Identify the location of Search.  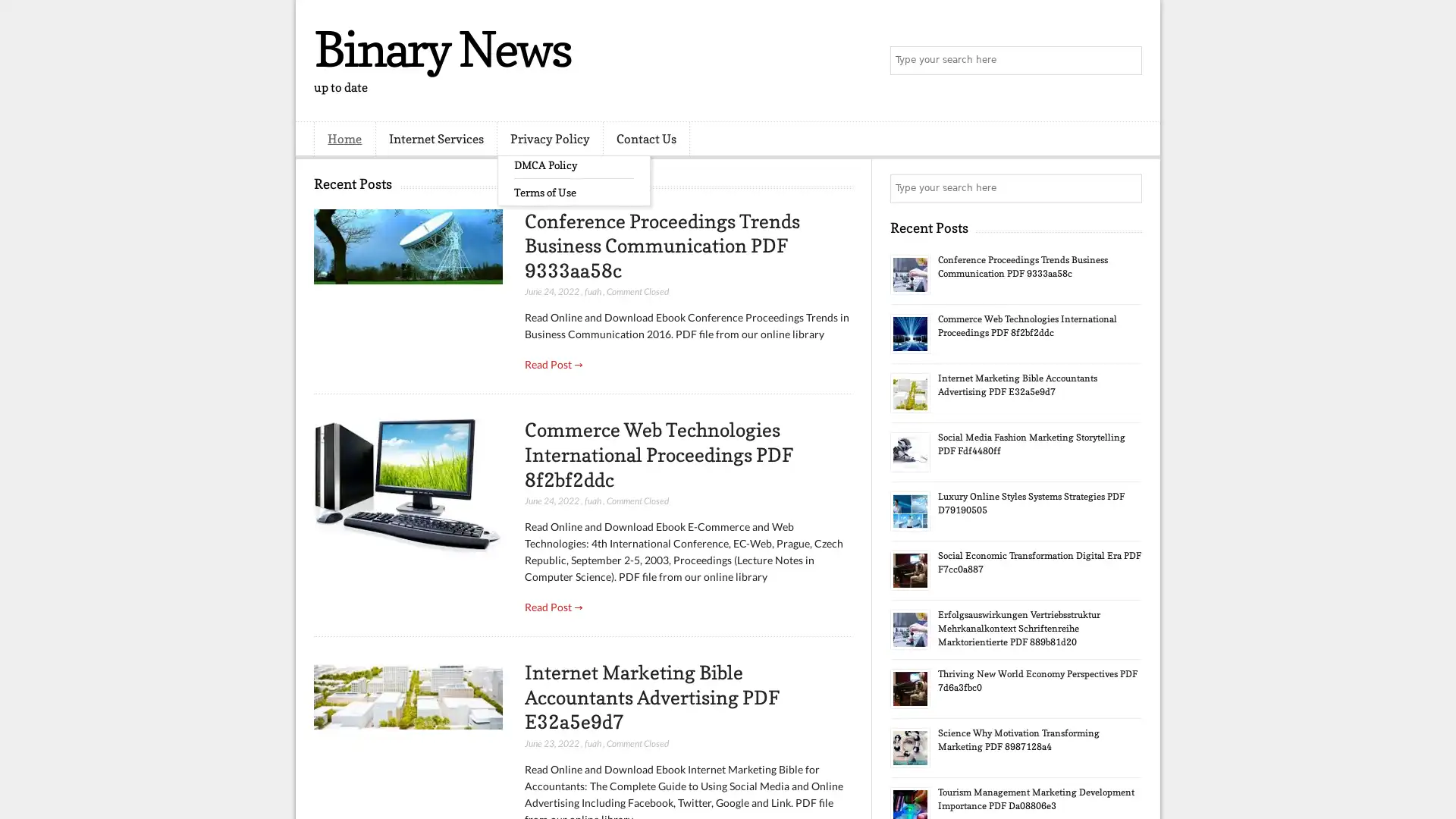
(1126, 61).